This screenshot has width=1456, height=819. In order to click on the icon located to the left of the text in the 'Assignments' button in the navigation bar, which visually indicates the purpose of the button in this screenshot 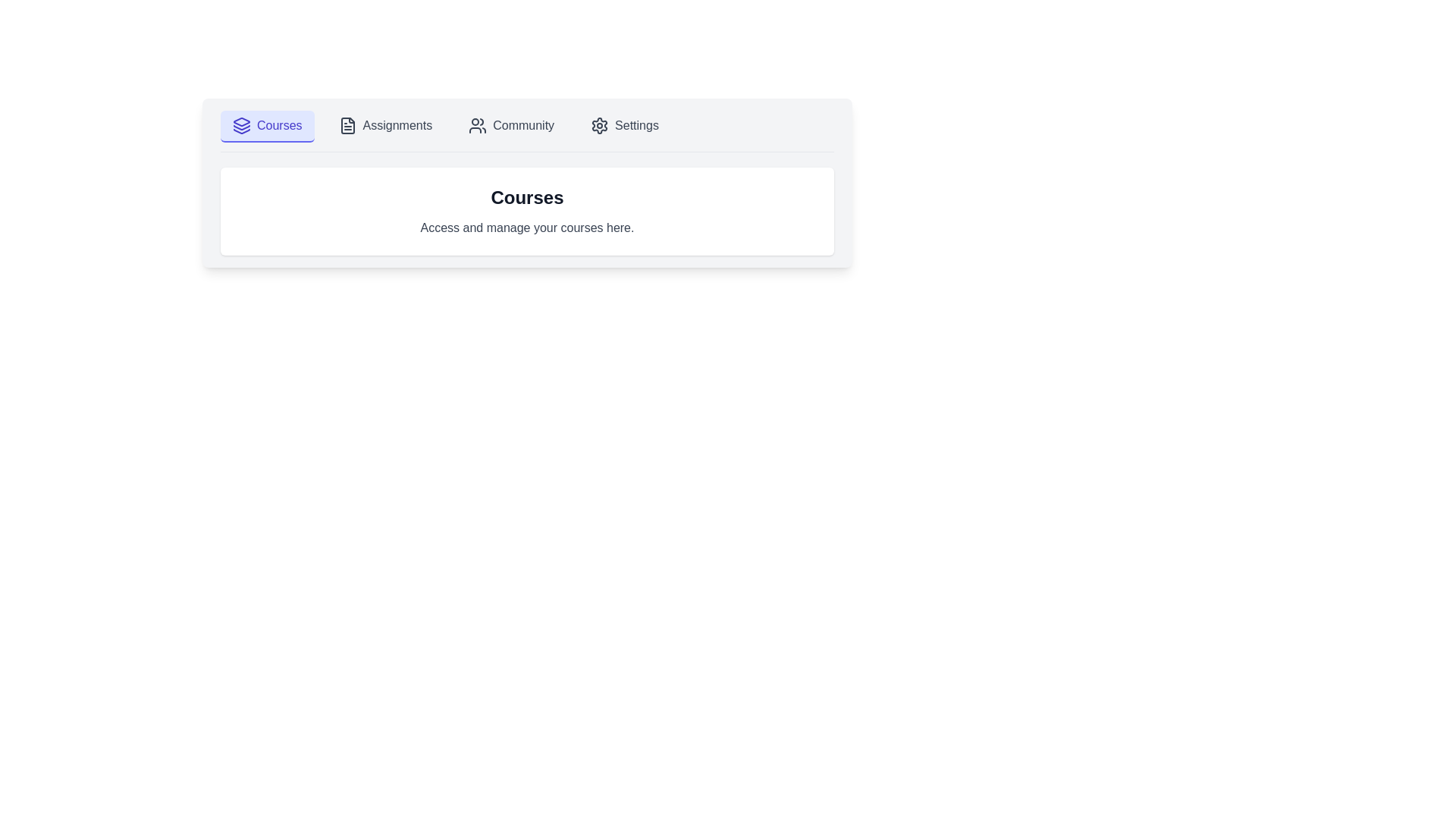, I will do `click(347, 124)`.